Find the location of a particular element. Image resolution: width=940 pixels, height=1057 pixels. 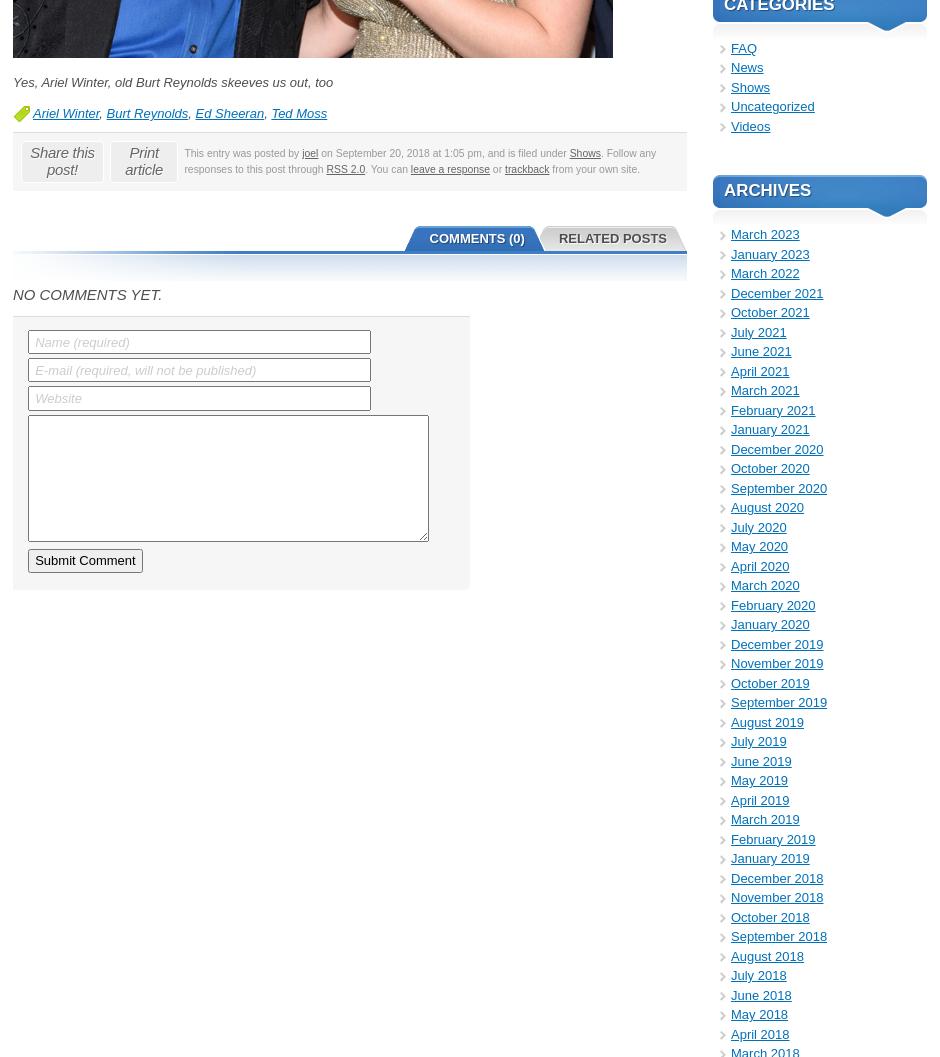

'March 2021' is located at coordinates (763, 389).